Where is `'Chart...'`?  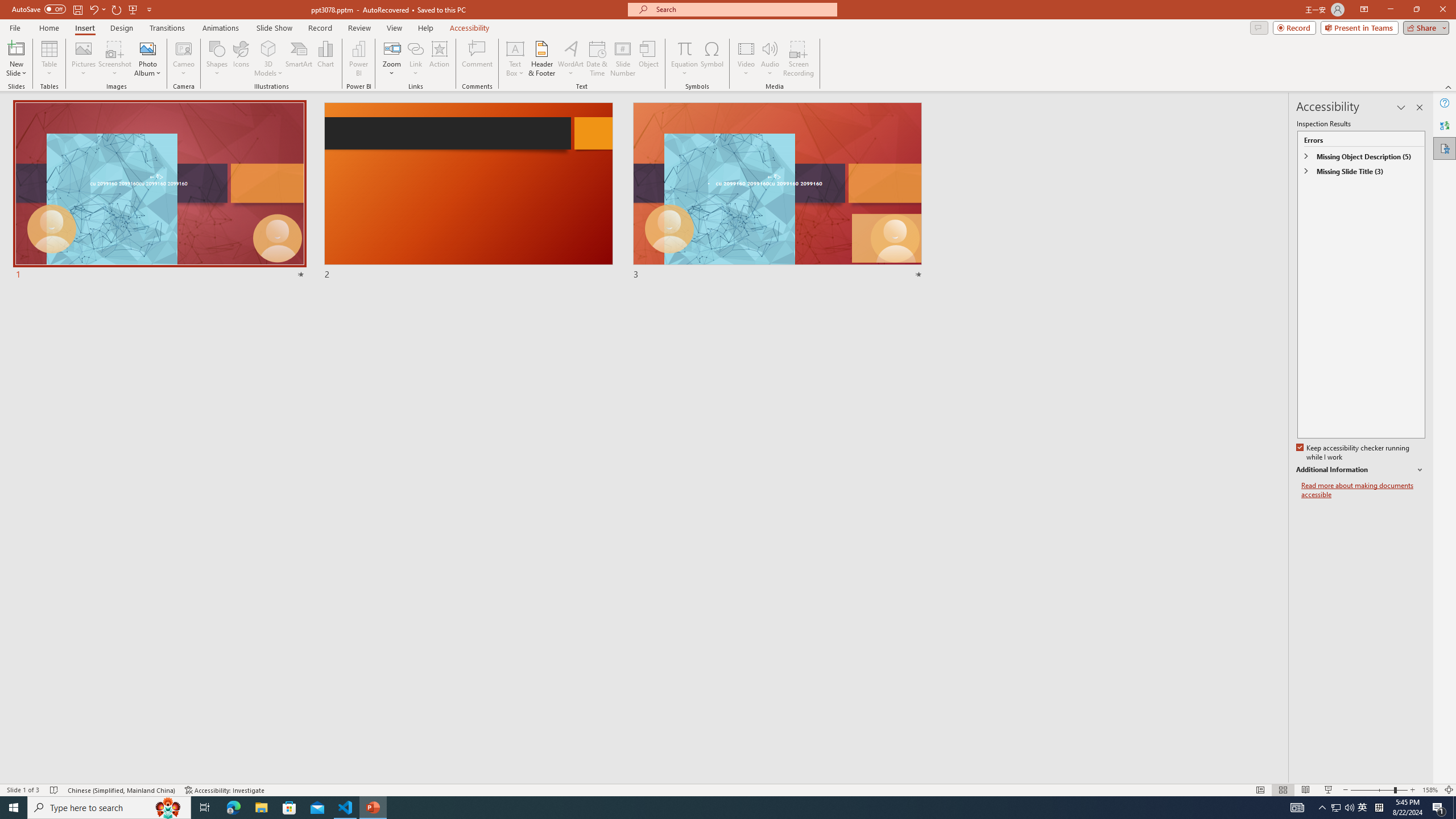 'Chart...' is located at coordinates (325, 59).